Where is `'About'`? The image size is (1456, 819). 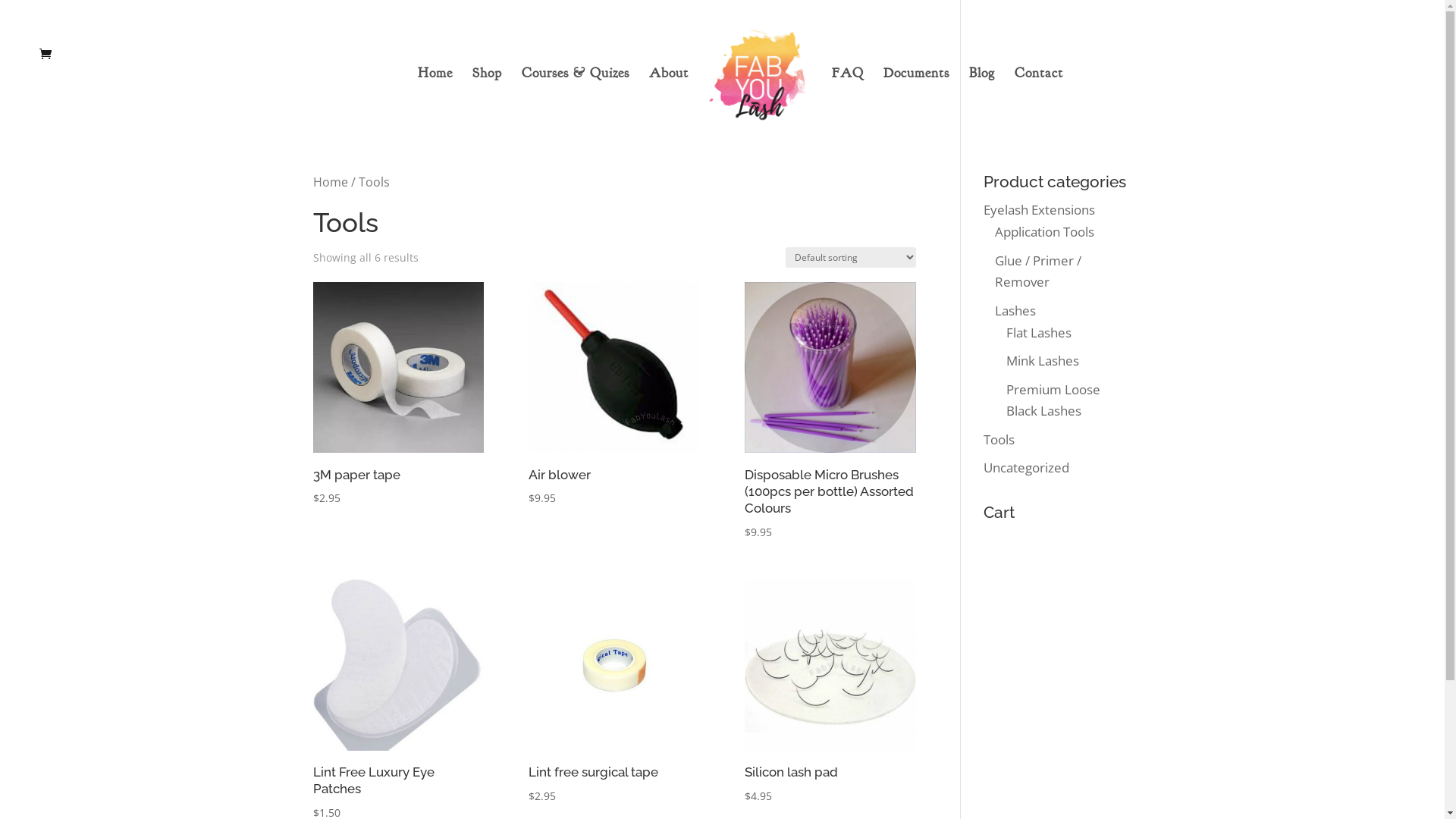 'About' is located at coordinates (668, 98).